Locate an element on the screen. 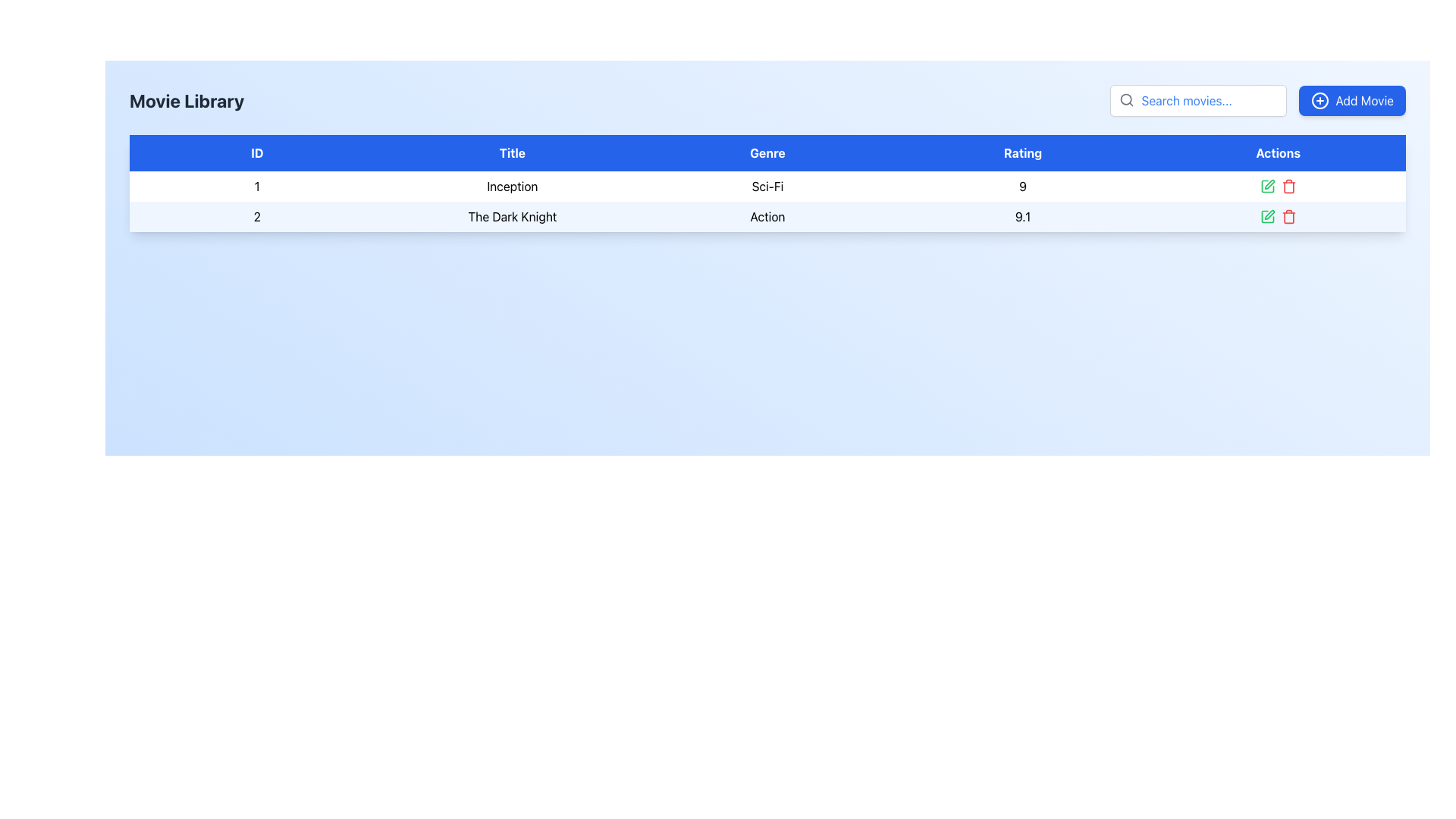 The image size is (1456, 819). the search icon located to the left of the 'Search movies...' text field in the top-right corner of the interface is located at coordinates (1127, 99).